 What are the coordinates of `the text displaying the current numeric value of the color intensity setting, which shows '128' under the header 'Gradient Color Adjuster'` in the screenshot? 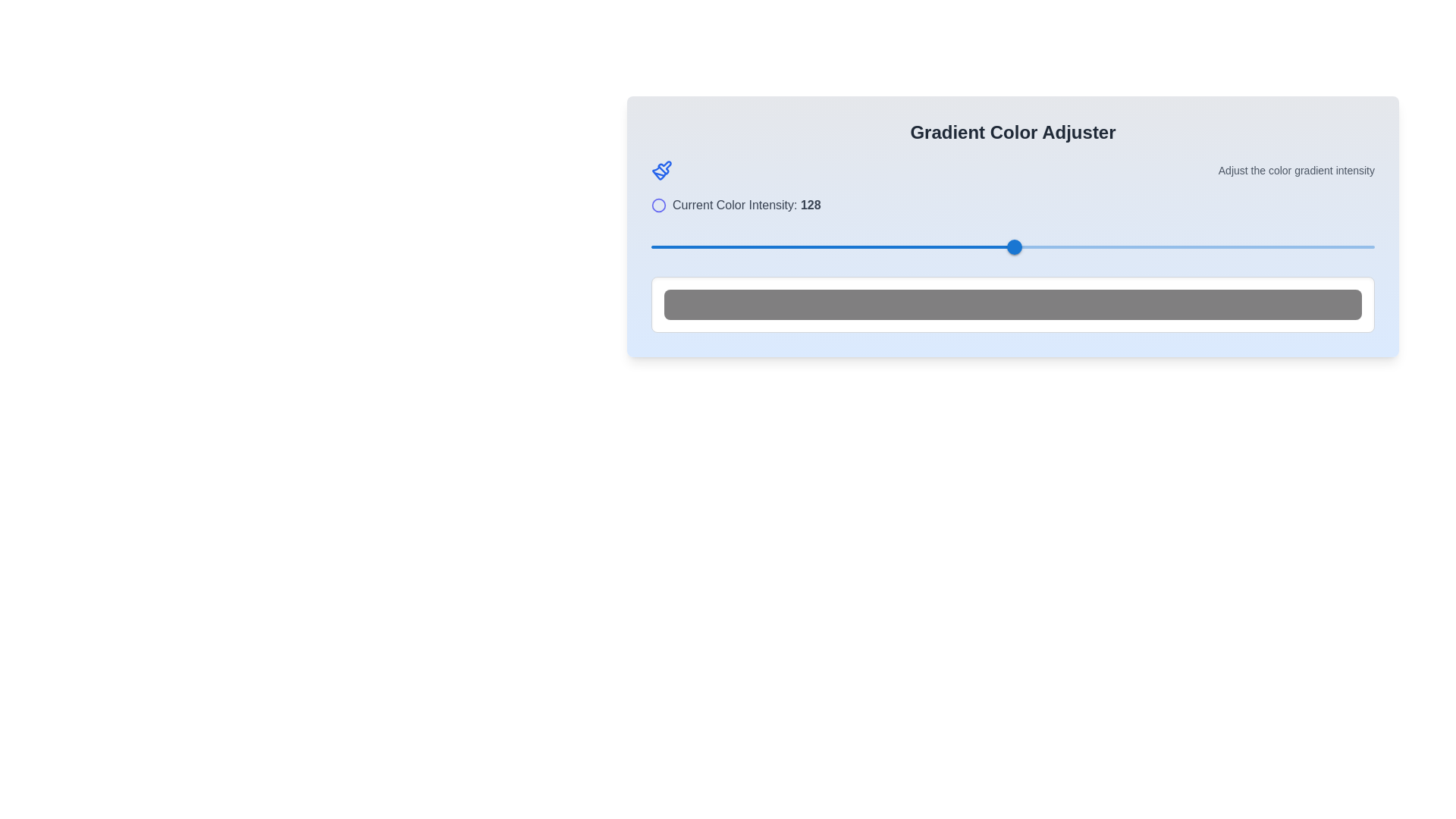 It's located at (810, 205).